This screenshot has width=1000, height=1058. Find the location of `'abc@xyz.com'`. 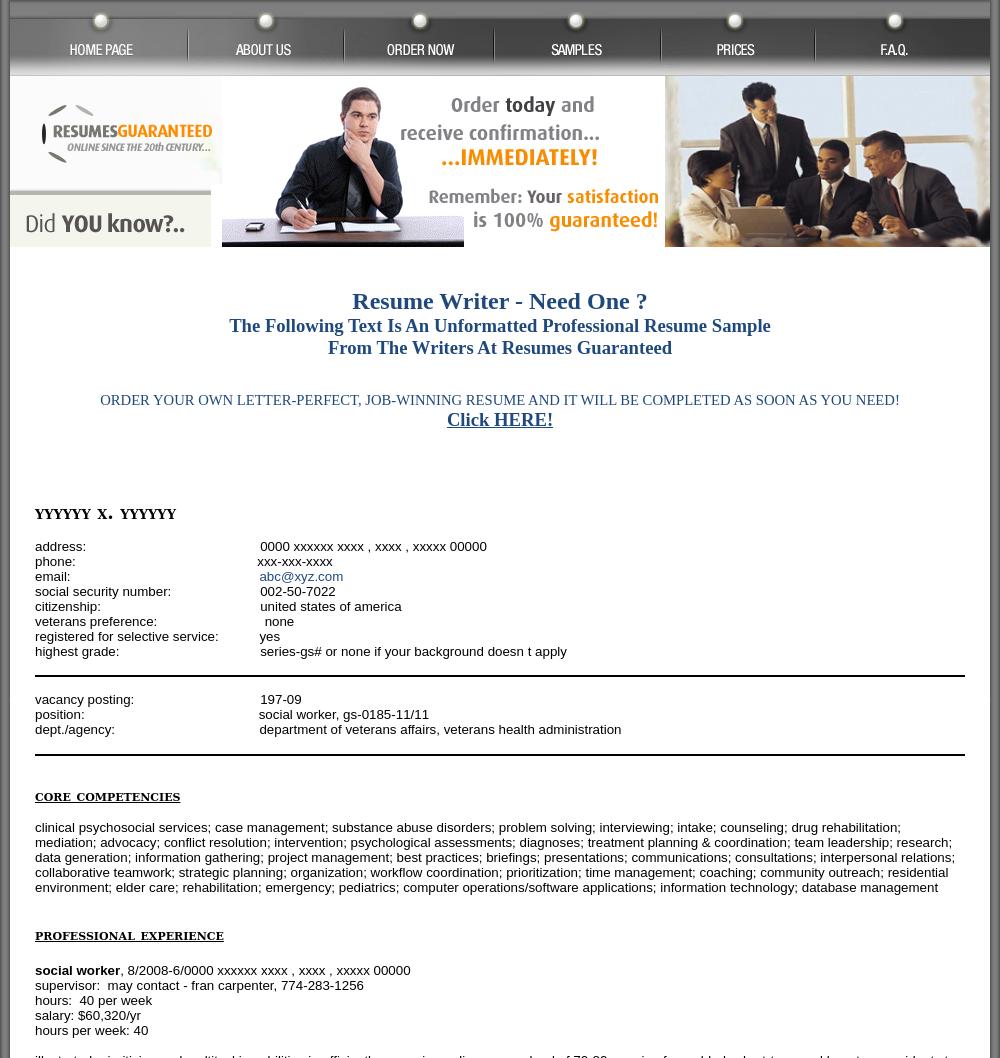

'abc@xyz.com' is located at coordinates (259, 576).